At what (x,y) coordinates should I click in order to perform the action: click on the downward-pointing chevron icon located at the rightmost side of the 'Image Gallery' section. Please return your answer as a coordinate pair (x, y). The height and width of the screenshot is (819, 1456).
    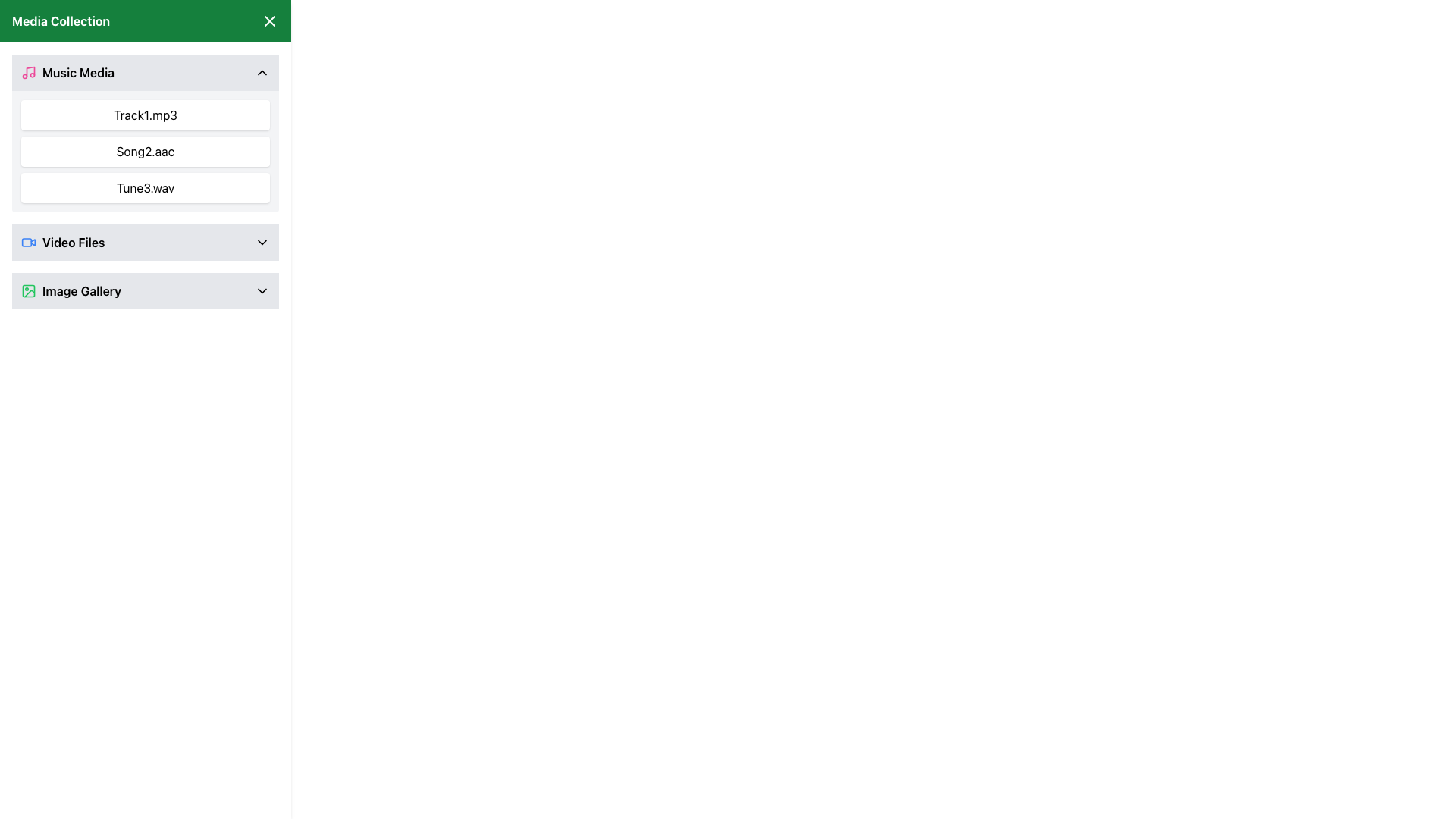
    Looking at the image, I should click on (262, 291).